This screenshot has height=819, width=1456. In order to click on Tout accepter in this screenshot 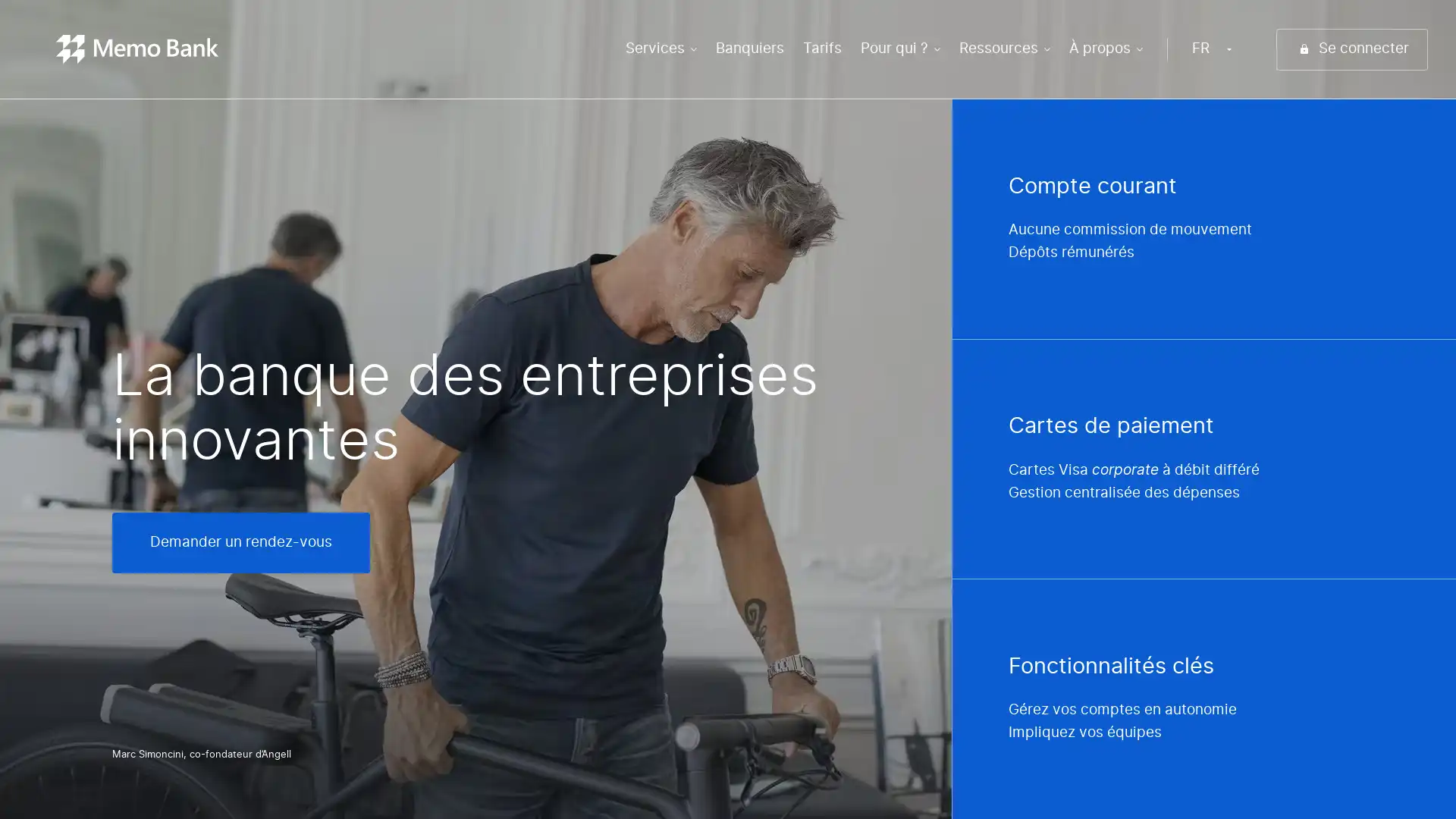, I will do `click(254, 742)`.